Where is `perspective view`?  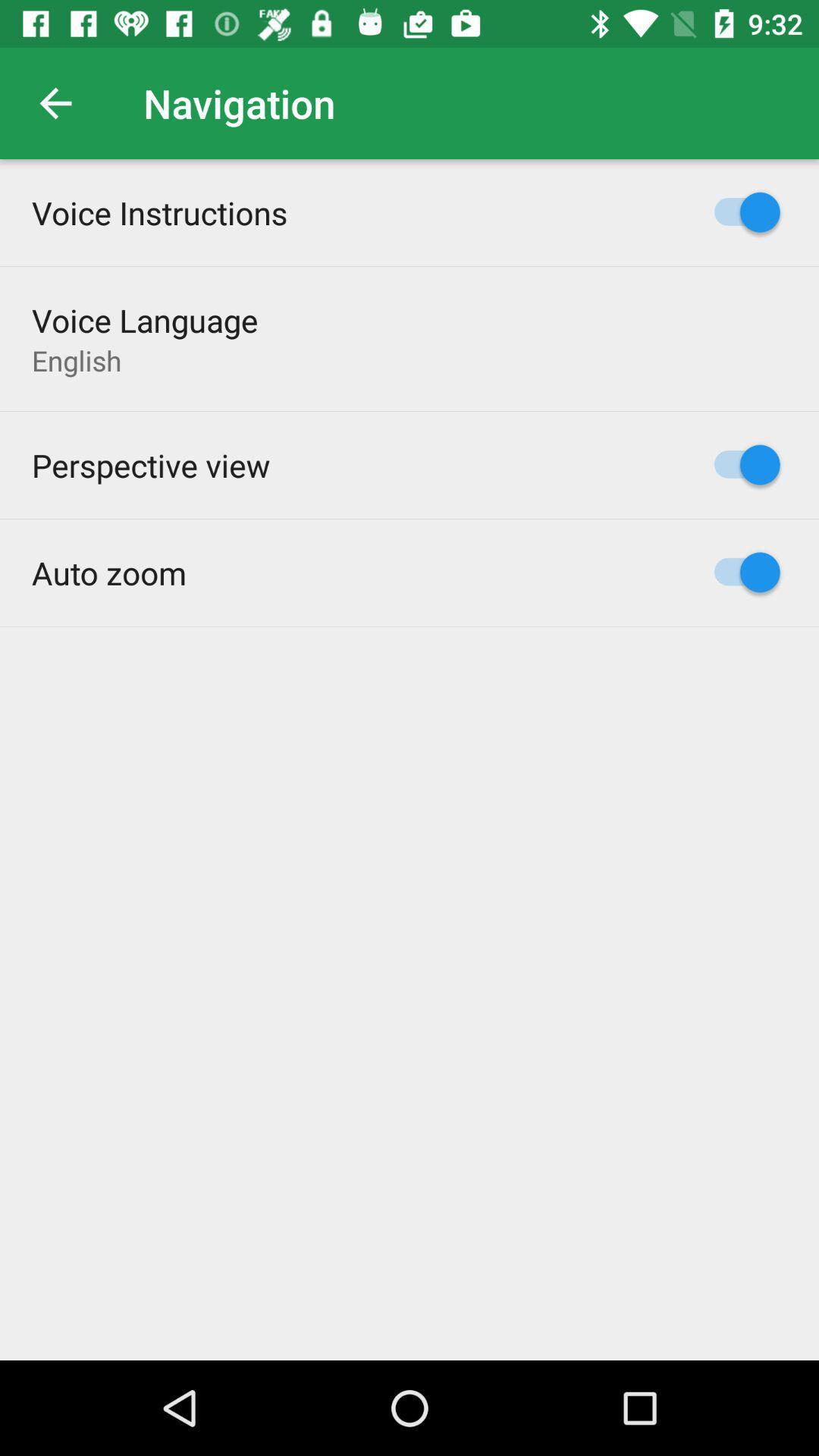 perspective view is located at coordinates (151, 464).